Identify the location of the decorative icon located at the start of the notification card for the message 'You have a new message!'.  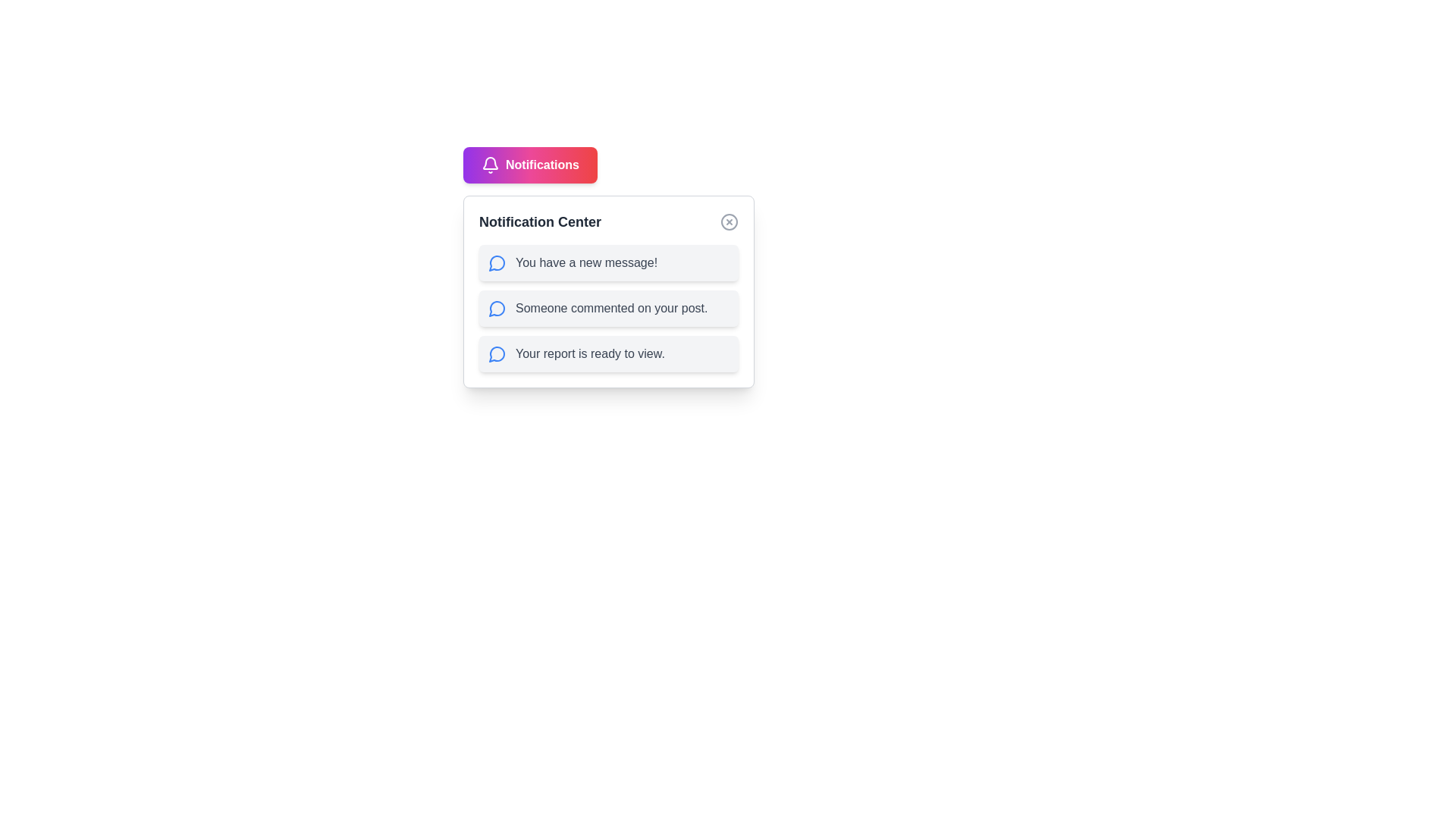
(497, 262).